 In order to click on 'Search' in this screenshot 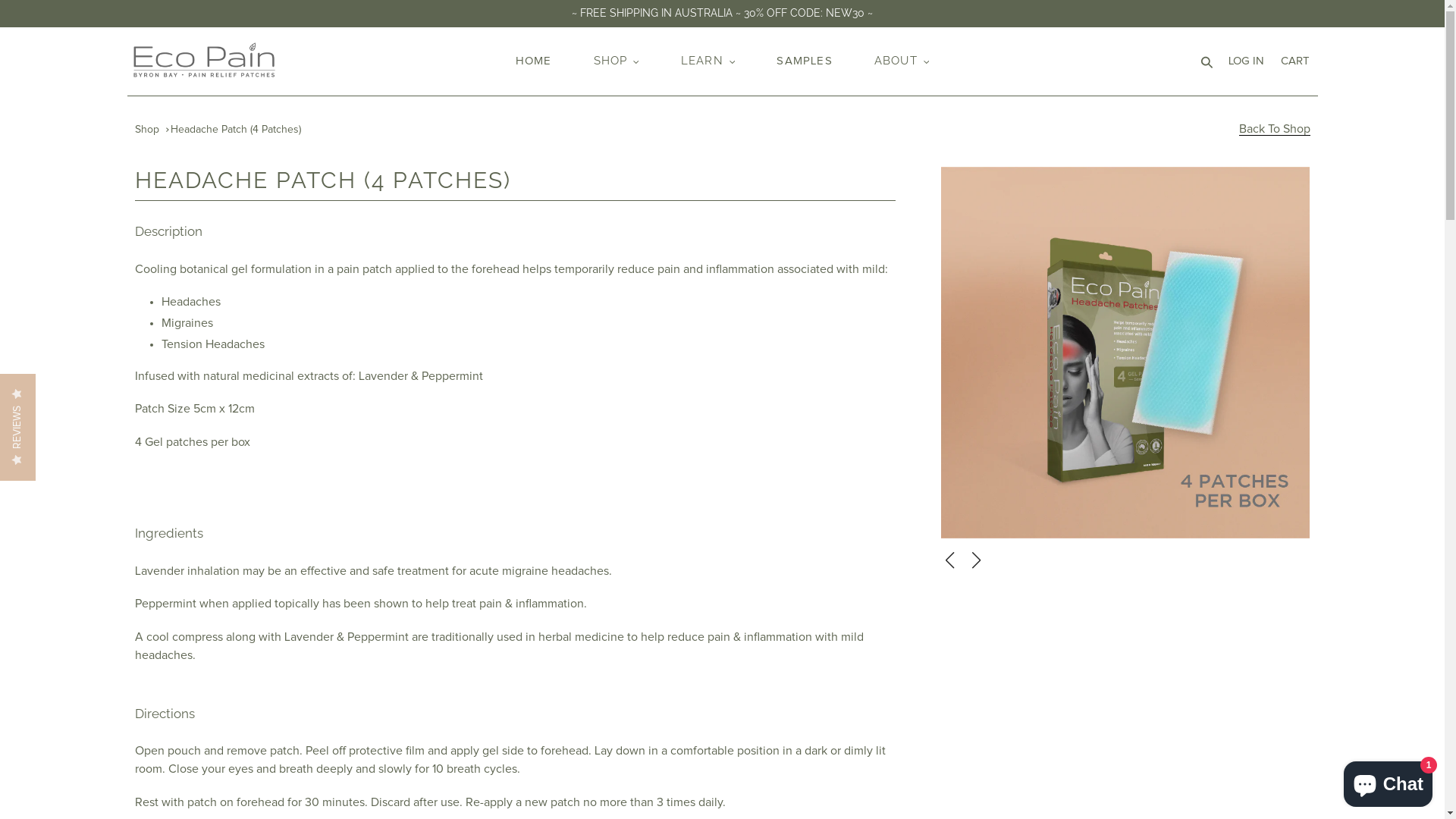, I will do `click(1207, 61)`.